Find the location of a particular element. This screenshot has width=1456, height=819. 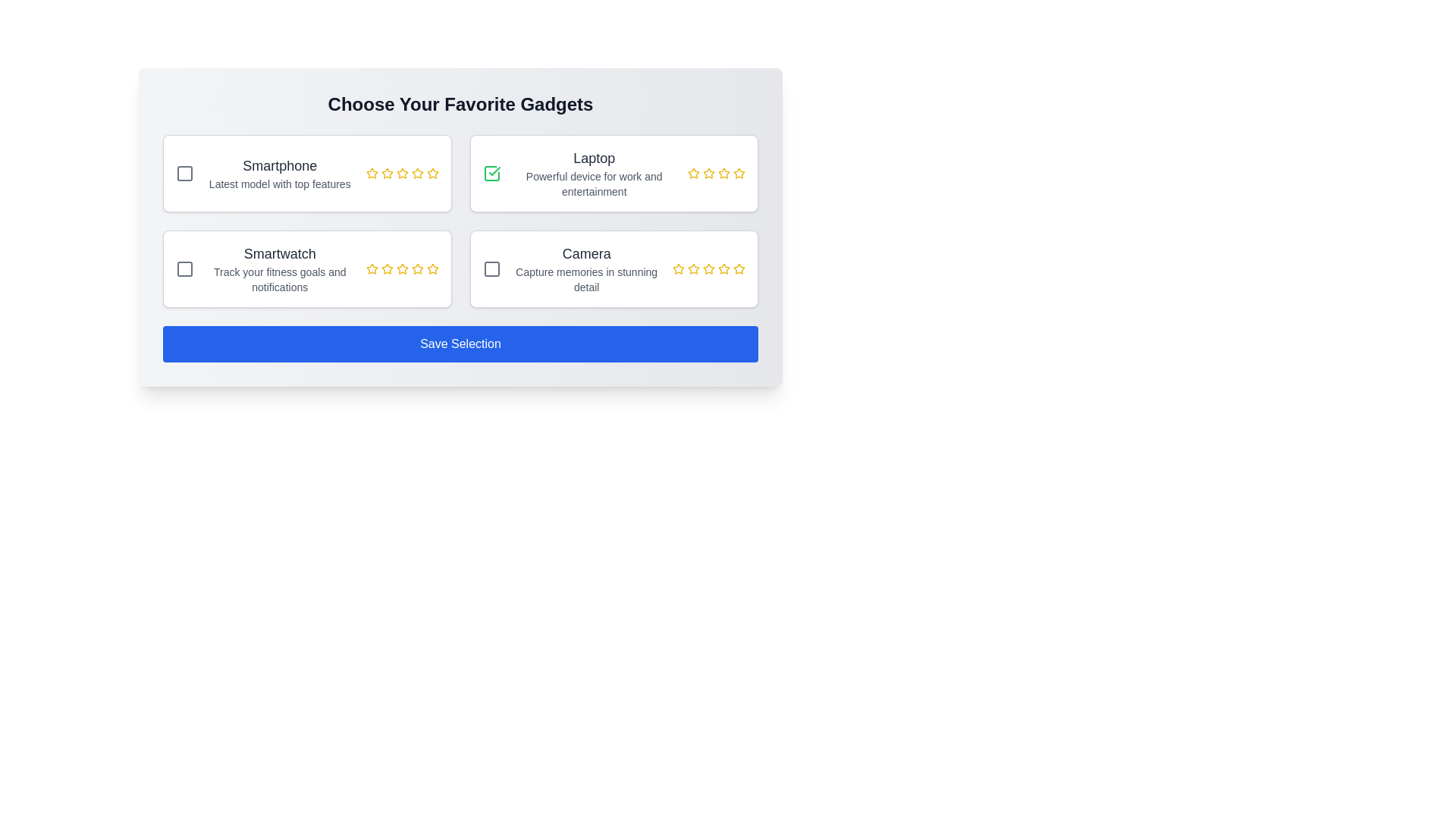

the checkbox indicator for the 'Camera' option in the 'Choose Your Favorite Gadgets' interface is located at coordinates (491, 268).